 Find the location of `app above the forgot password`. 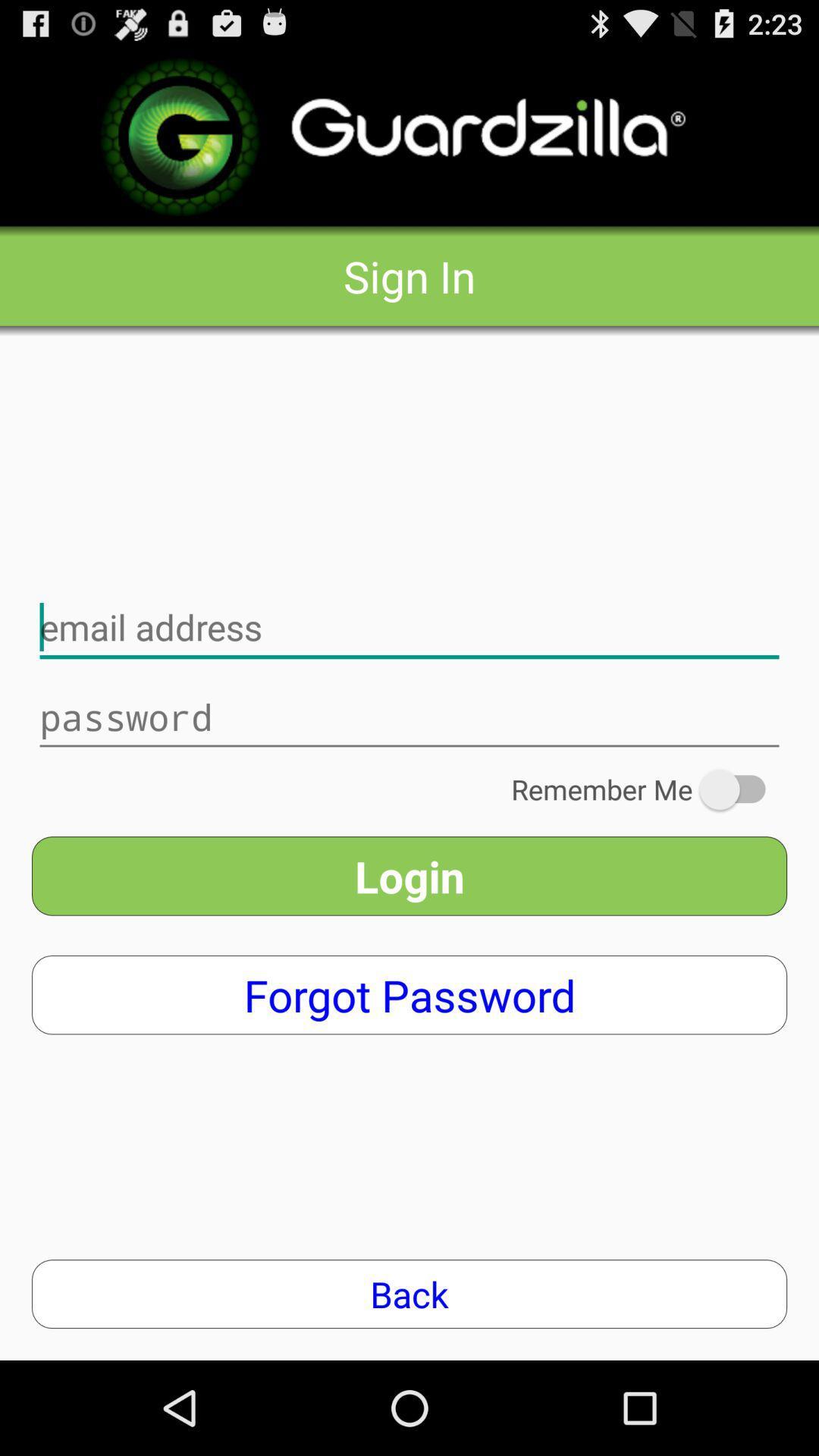

app above the forgot password is located at coordinates (409, 876).